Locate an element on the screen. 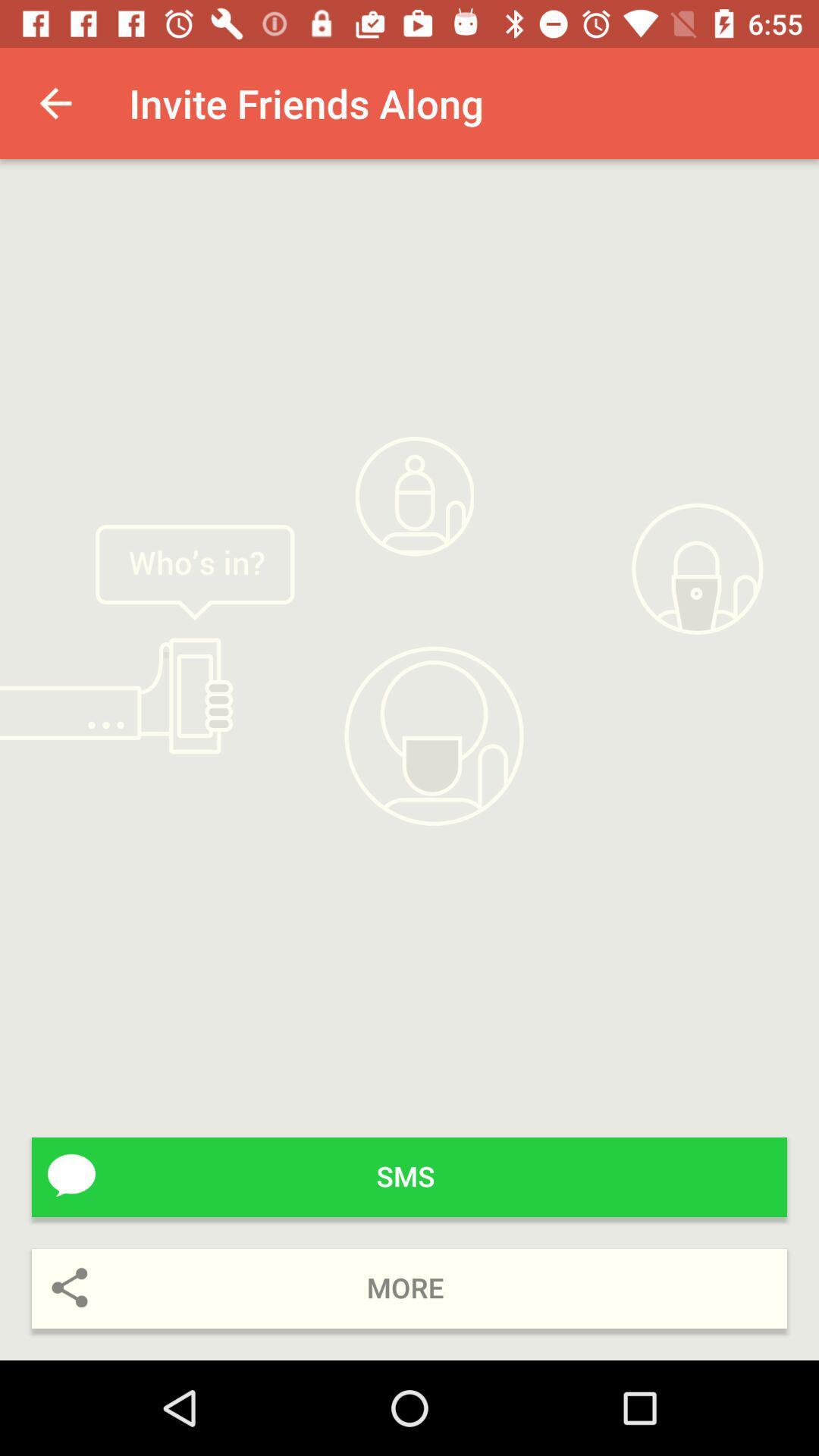 The height and width of the screenshot is (1456, 819). more icon is located at coordinates (409, 1288).